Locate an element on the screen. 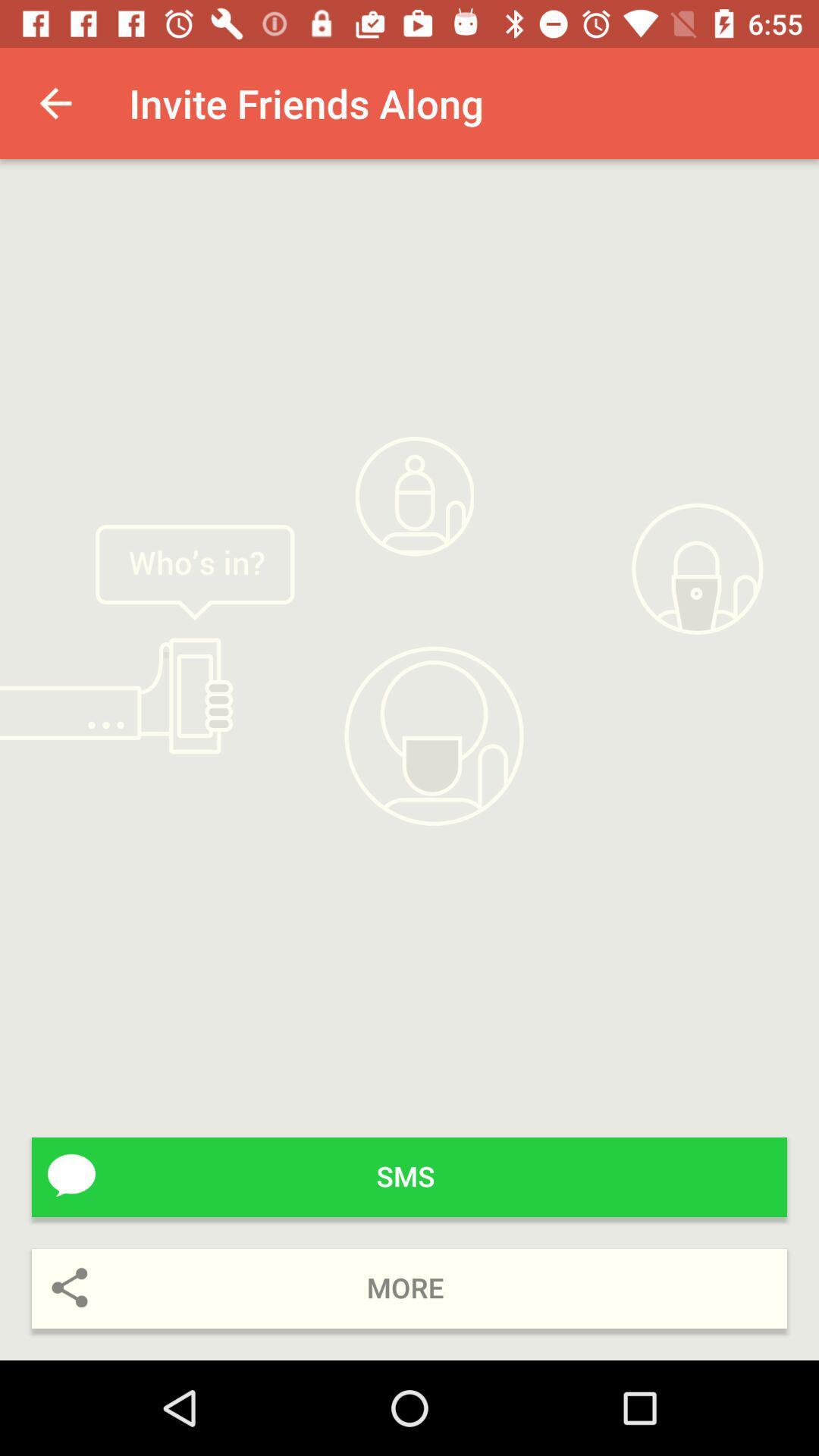 The height and width of the screenshot is (1456, 819). more icon is located at coordinates (409, 1288).